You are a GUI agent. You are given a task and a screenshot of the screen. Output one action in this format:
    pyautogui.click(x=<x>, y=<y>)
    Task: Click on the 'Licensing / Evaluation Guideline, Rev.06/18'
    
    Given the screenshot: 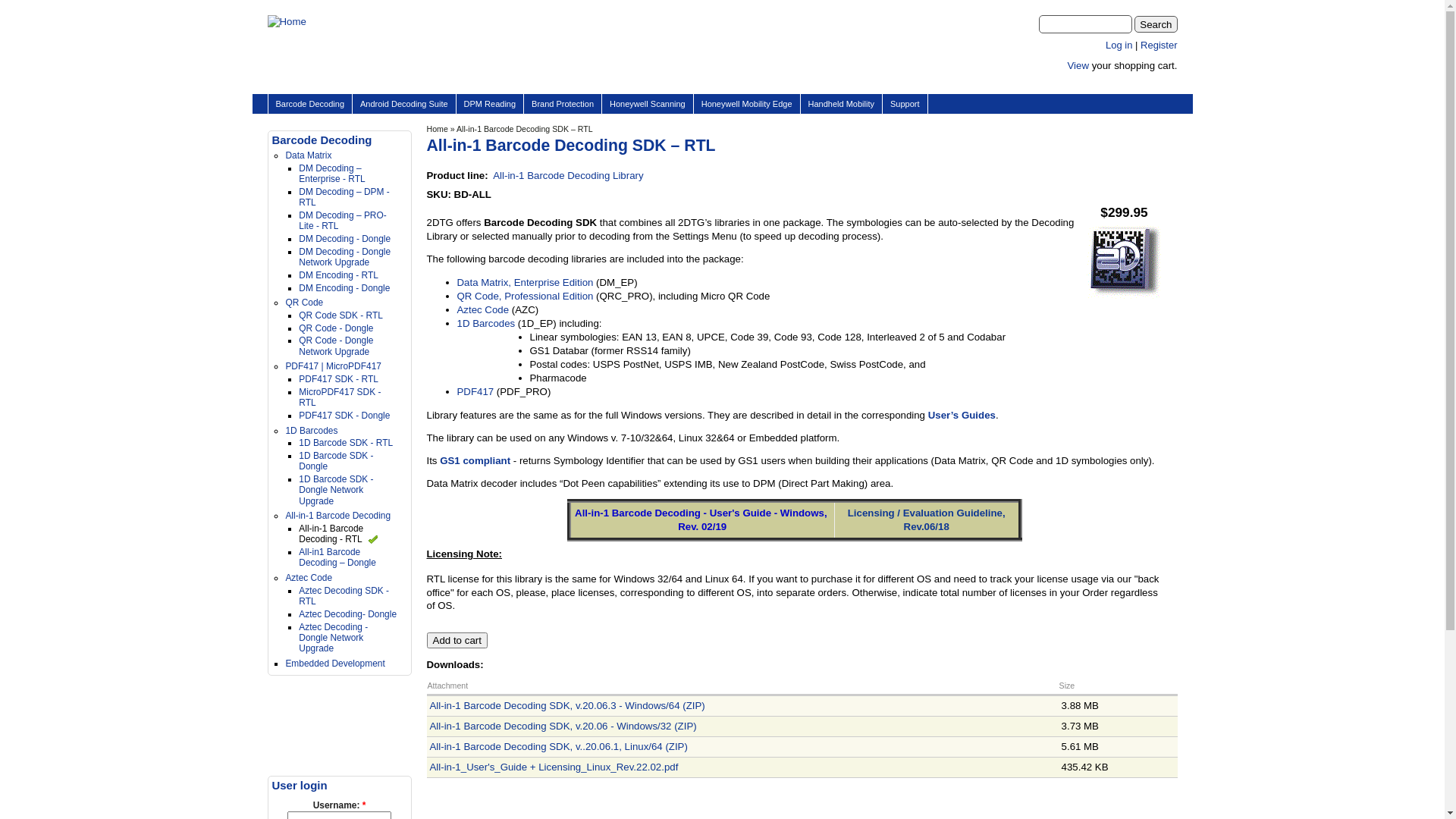 What is the action you would take?
    pyautogui.click(x=926, y=519)
    